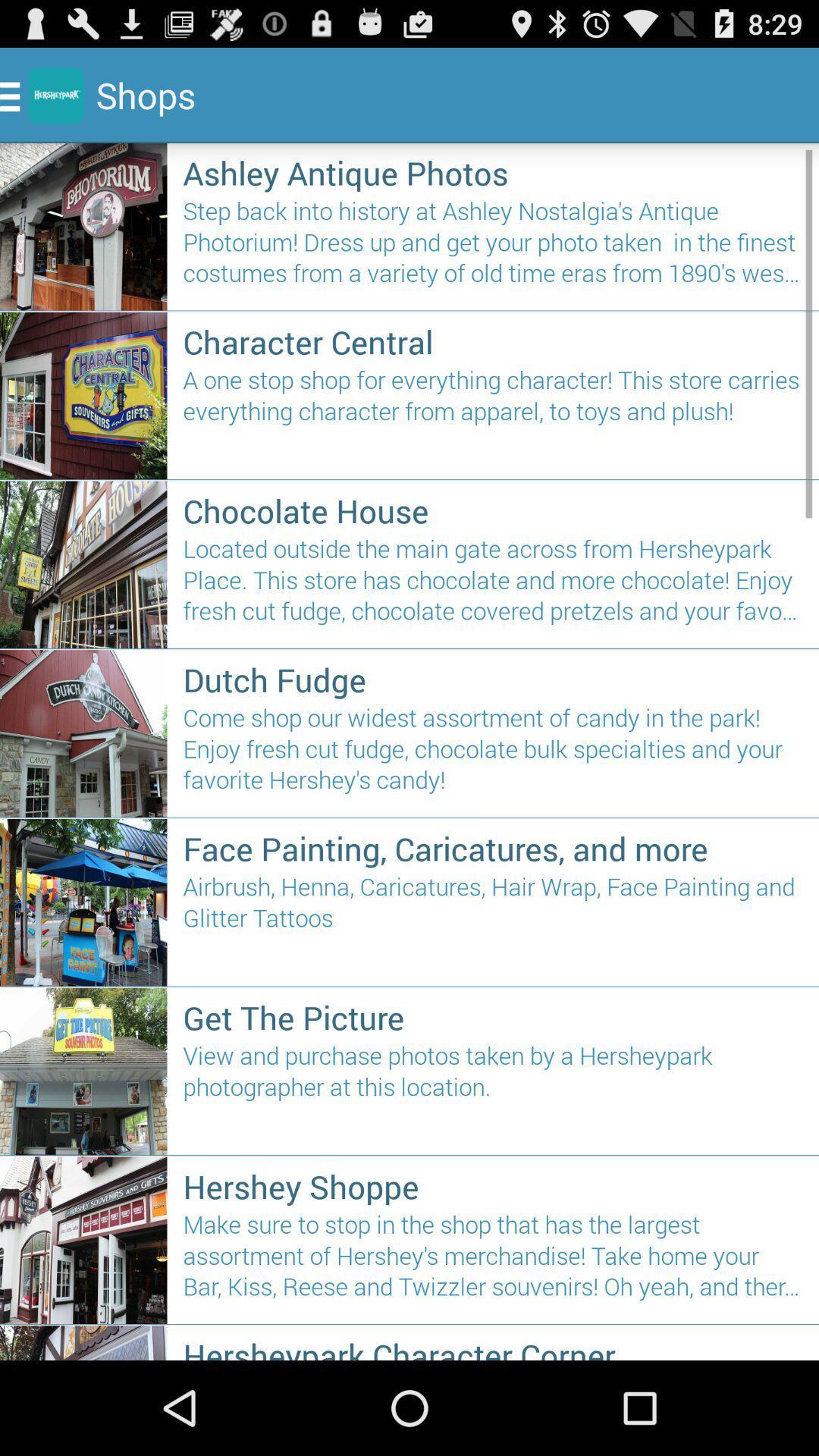 Image resolution: width=819 pixels, height=1456 pixels. What do you see at coordinates (493, 755) in the screenshot?
I see `come shop our icon` at bounding box center [493, 755].